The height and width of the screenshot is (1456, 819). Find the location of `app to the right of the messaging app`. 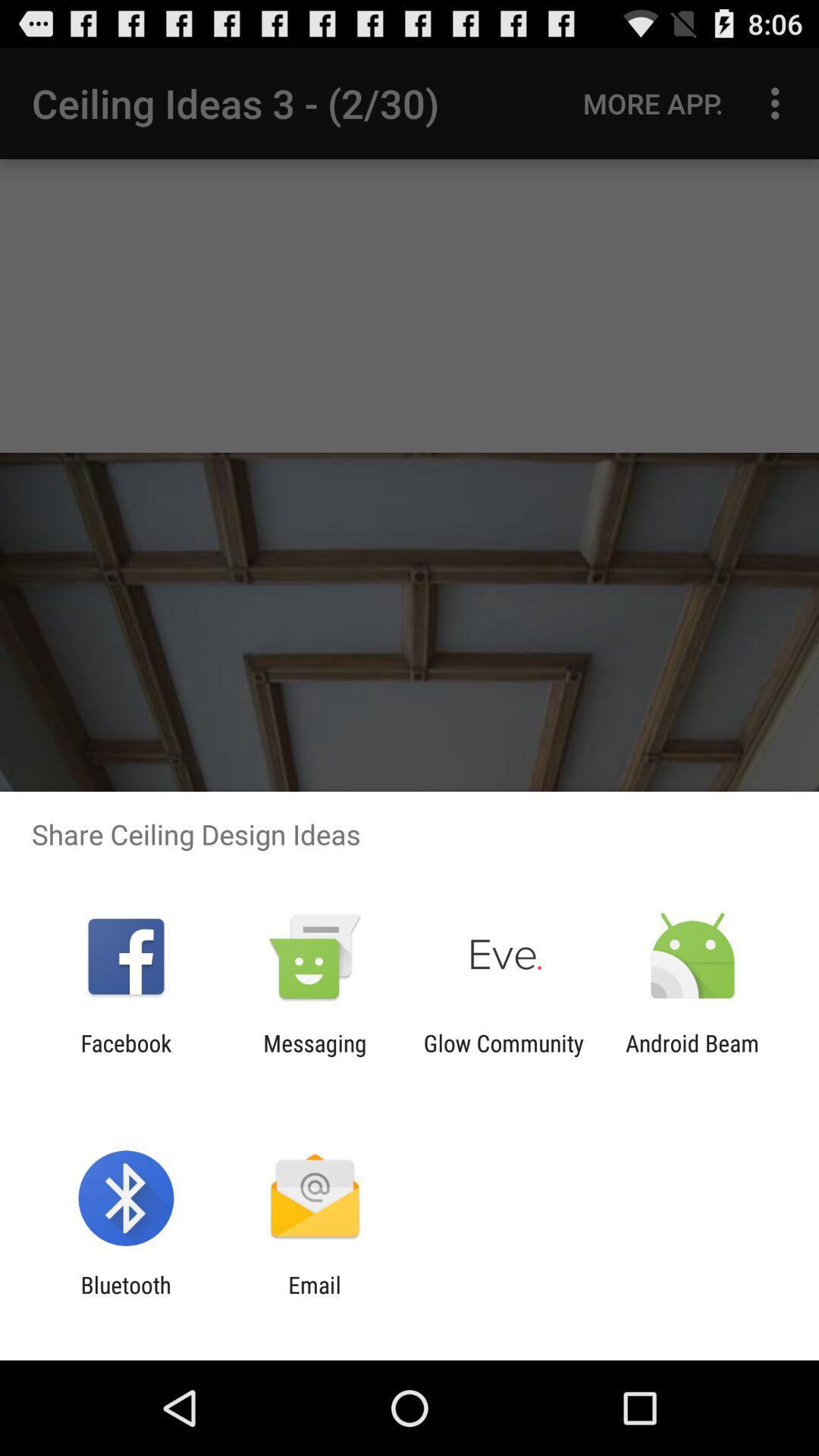

app to the right of the messaging app is located at coordinates (504, 1056).